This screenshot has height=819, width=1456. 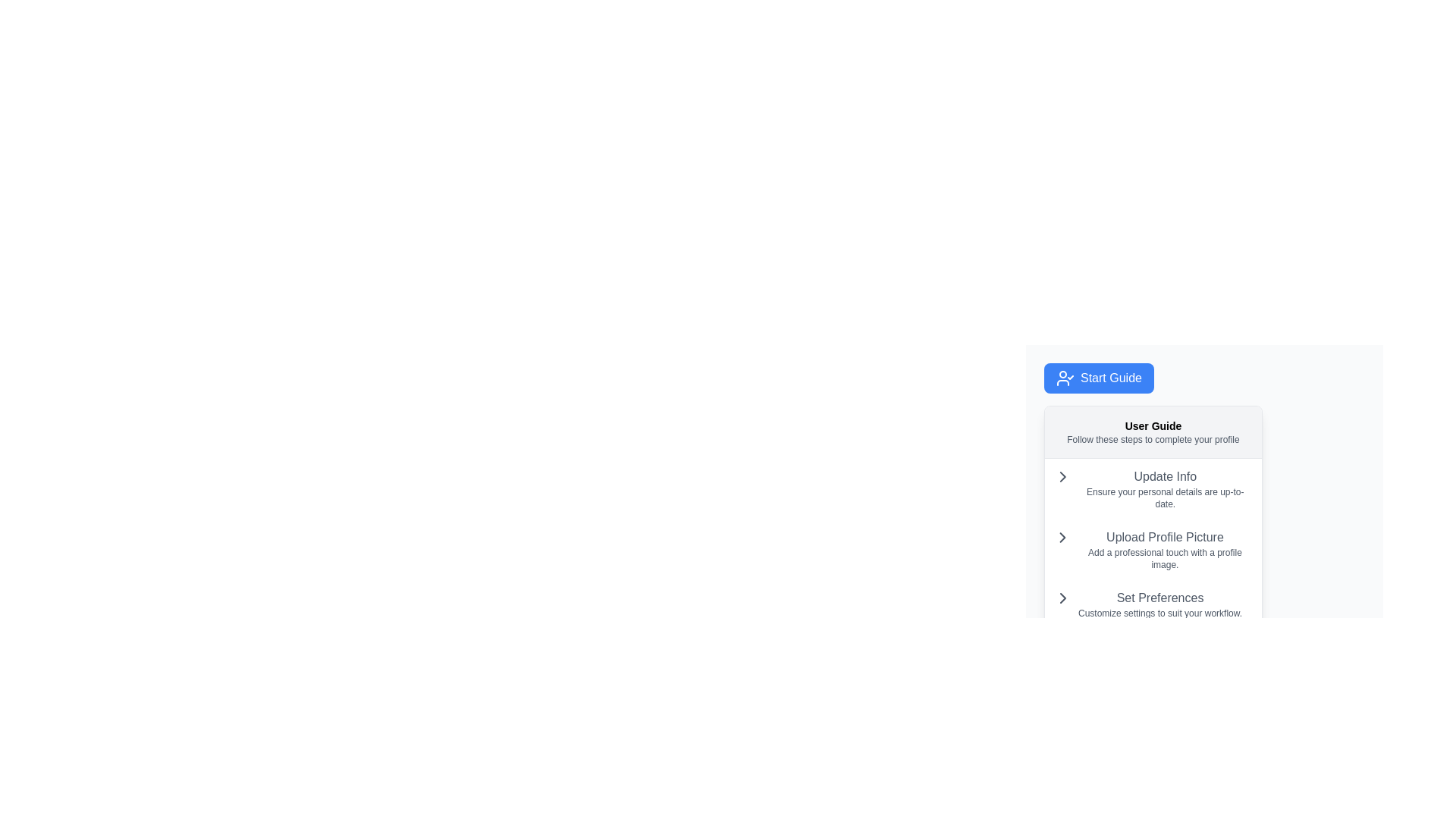 What do you see at coordinates (1164, 475) in the screenshot?
I see `the Text label that serves as a title or heading within the list, positioned fourth from the top and immediately below 'Start Guide.'` at bounding box center [1164, 475].